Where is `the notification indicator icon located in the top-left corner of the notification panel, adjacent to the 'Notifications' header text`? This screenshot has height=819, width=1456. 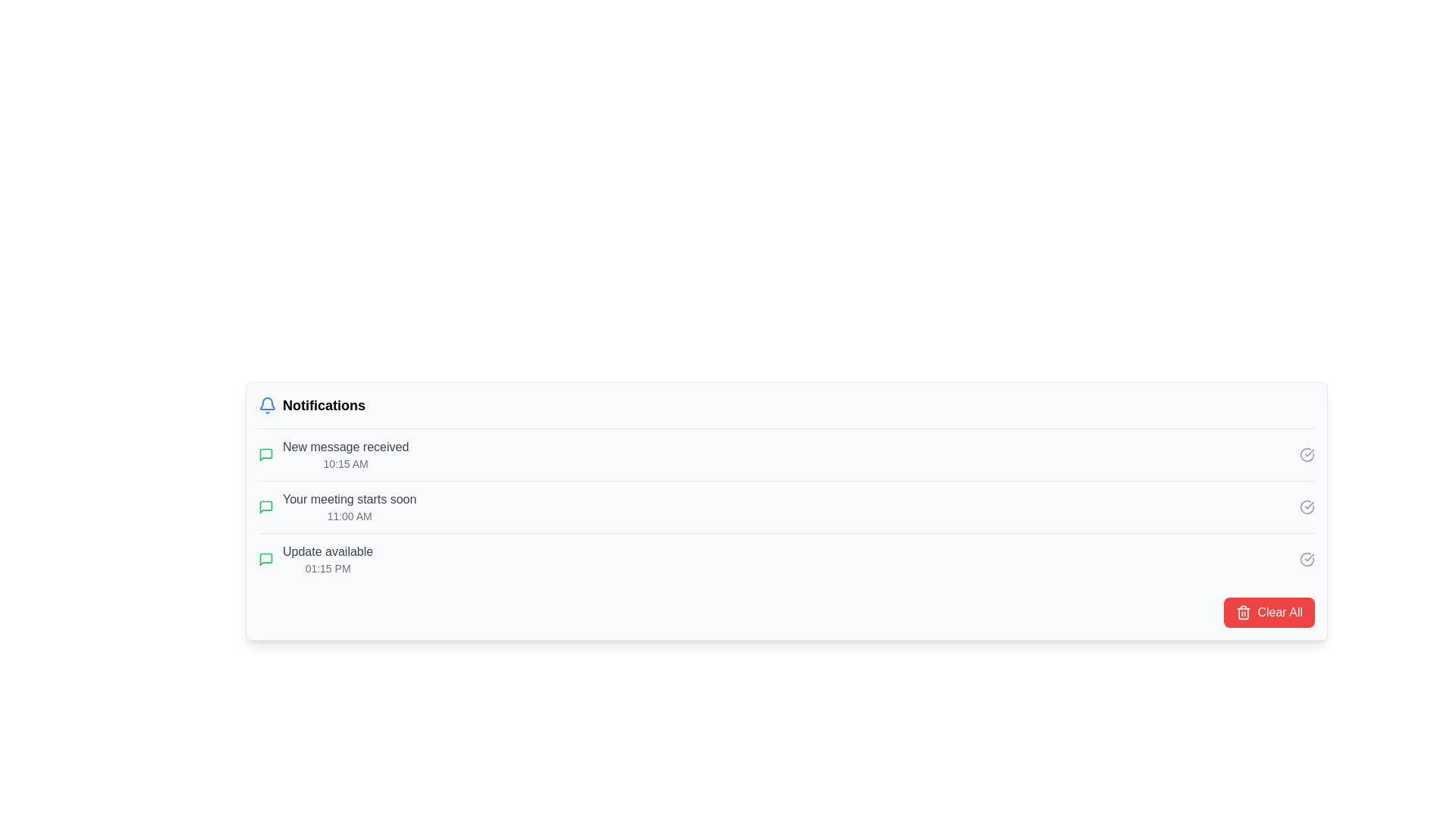 the notification indicator icon located in the top-left corner of the notification panel, adjacent to the 'Notifications' header text is located at coordinates (268, 403).